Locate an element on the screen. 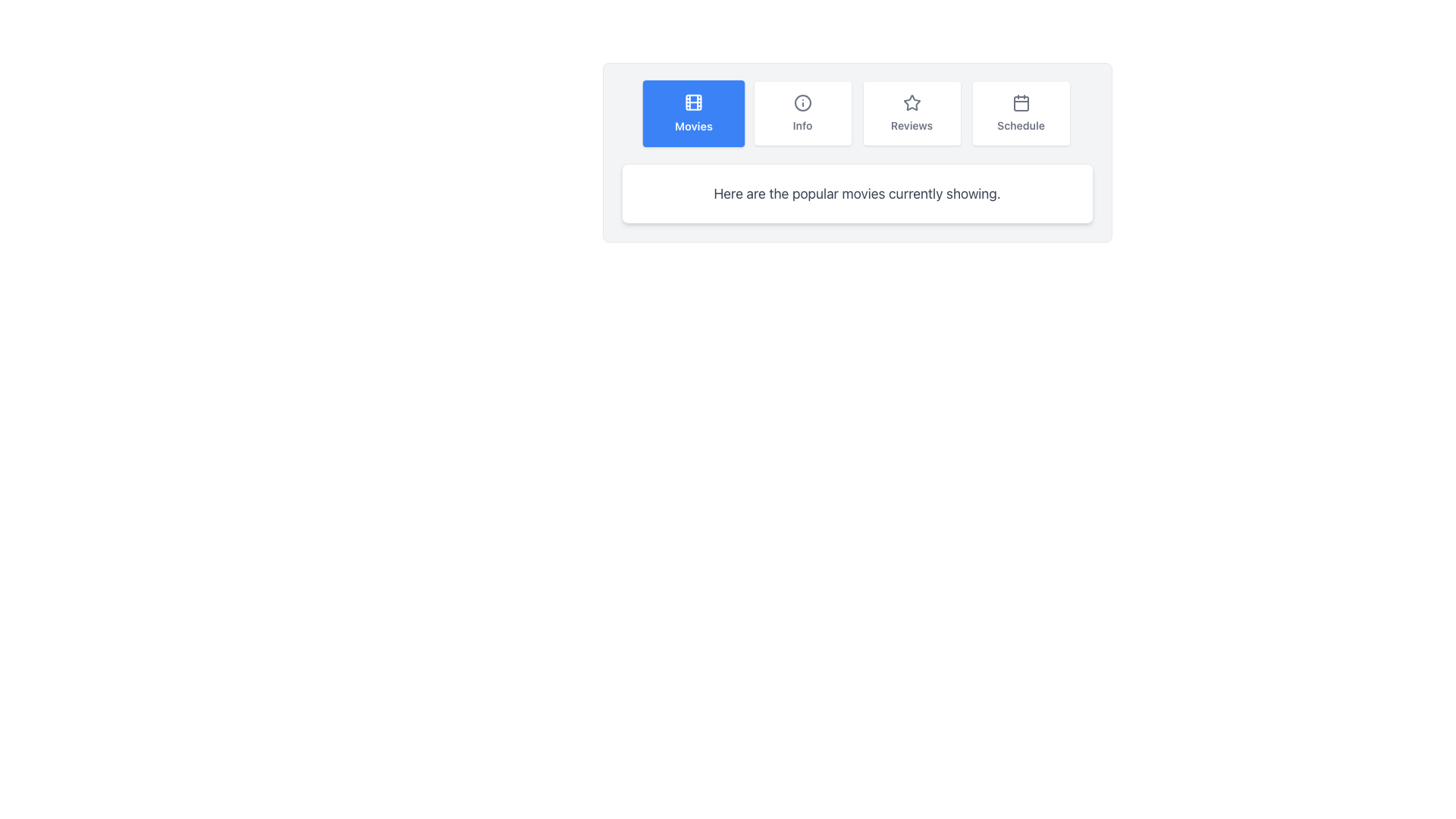 The width and height of the screenshot is (1456, 819). the informational icon represented by a circular outline with an 'i' inside, located in the 'Info' section above the text label 'Info' is located at coordinates (802, 102).